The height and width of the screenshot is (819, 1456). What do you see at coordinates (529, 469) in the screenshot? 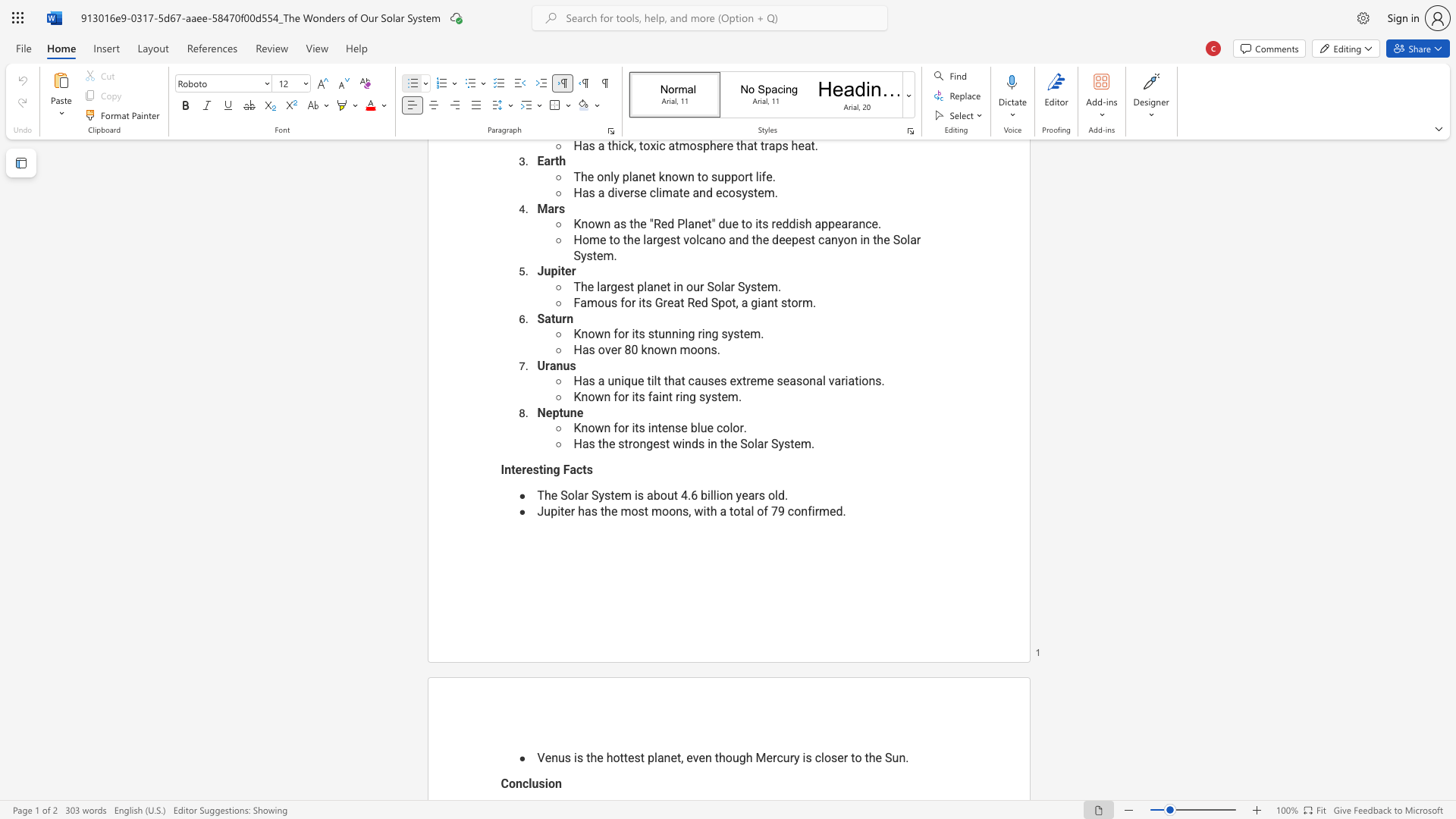
I see `the 2th character "e" in the text` at bounding box center [529, 469].